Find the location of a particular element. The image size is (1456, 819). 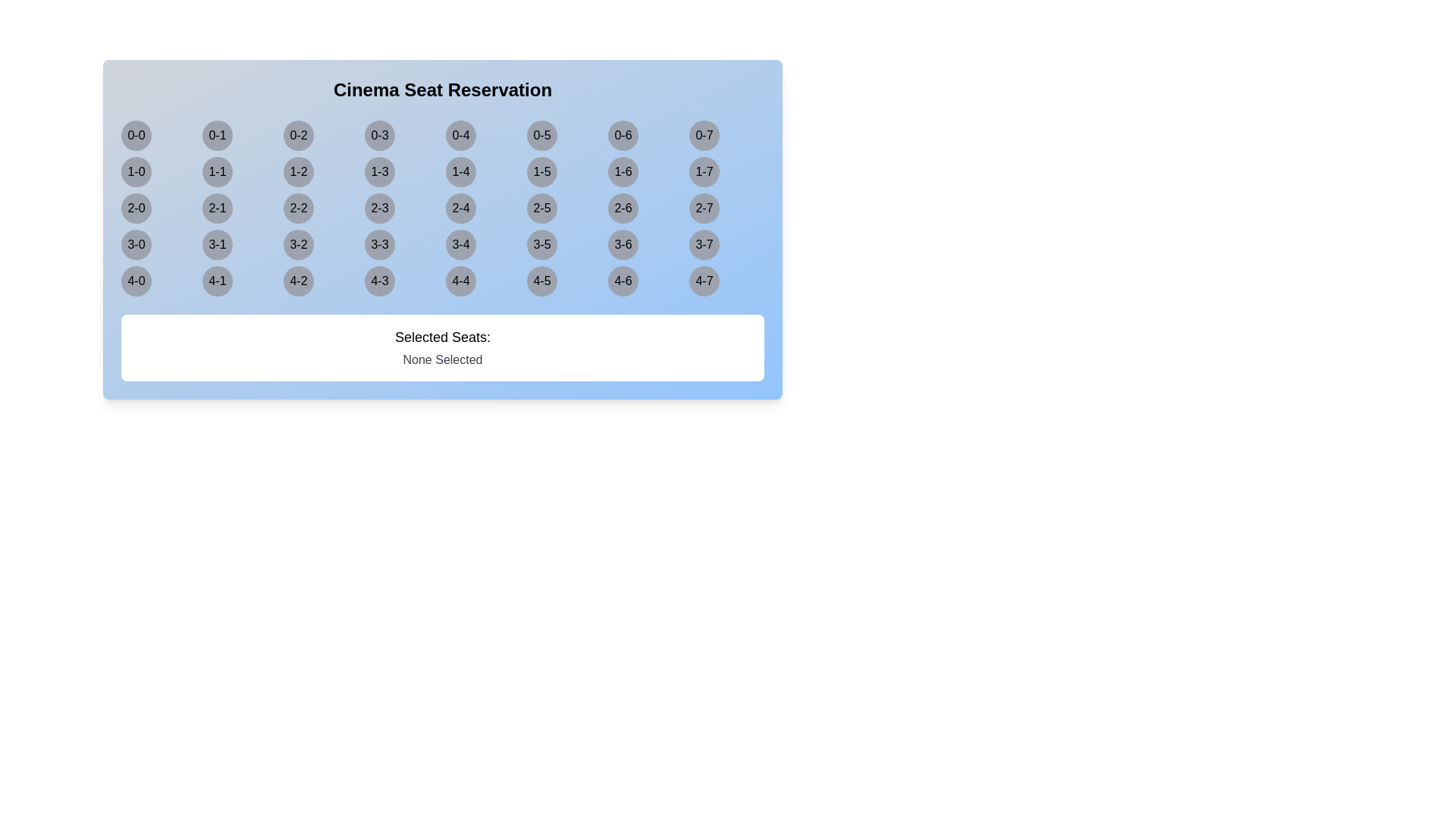

the seat selection button labeled '3-7' is located at coordinates (704, 244).